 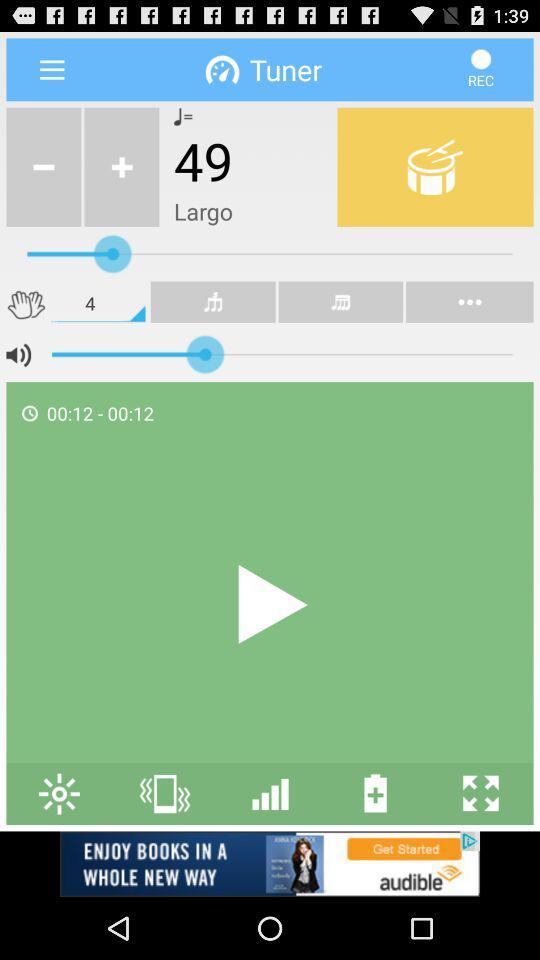 I want to click on the minus icon, so click(x=43, y=177).